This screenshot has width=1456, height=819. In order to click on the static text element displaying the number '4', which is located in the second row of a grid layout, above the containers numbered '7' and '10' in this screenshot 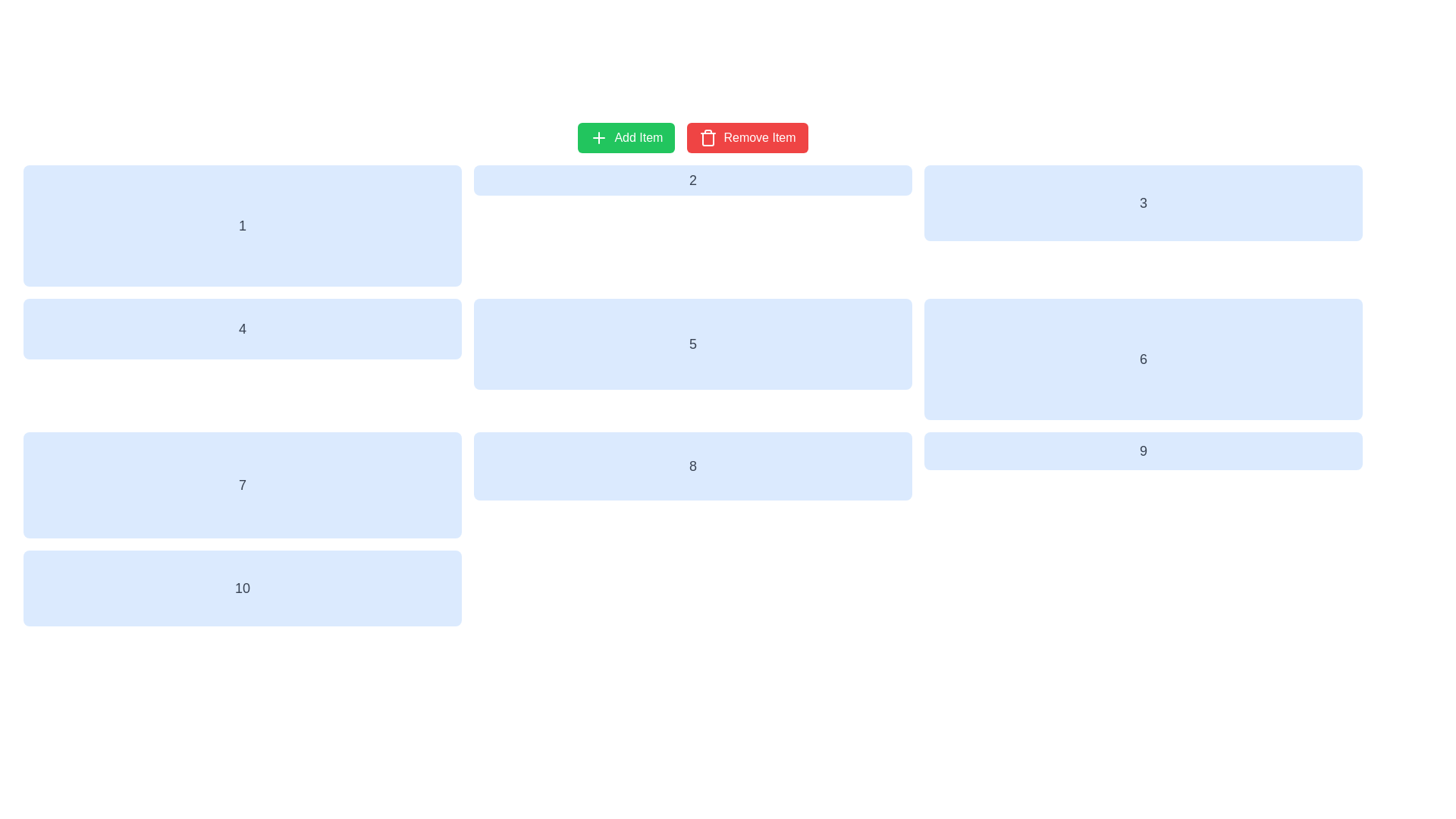, I will do `click(243, 328)`.